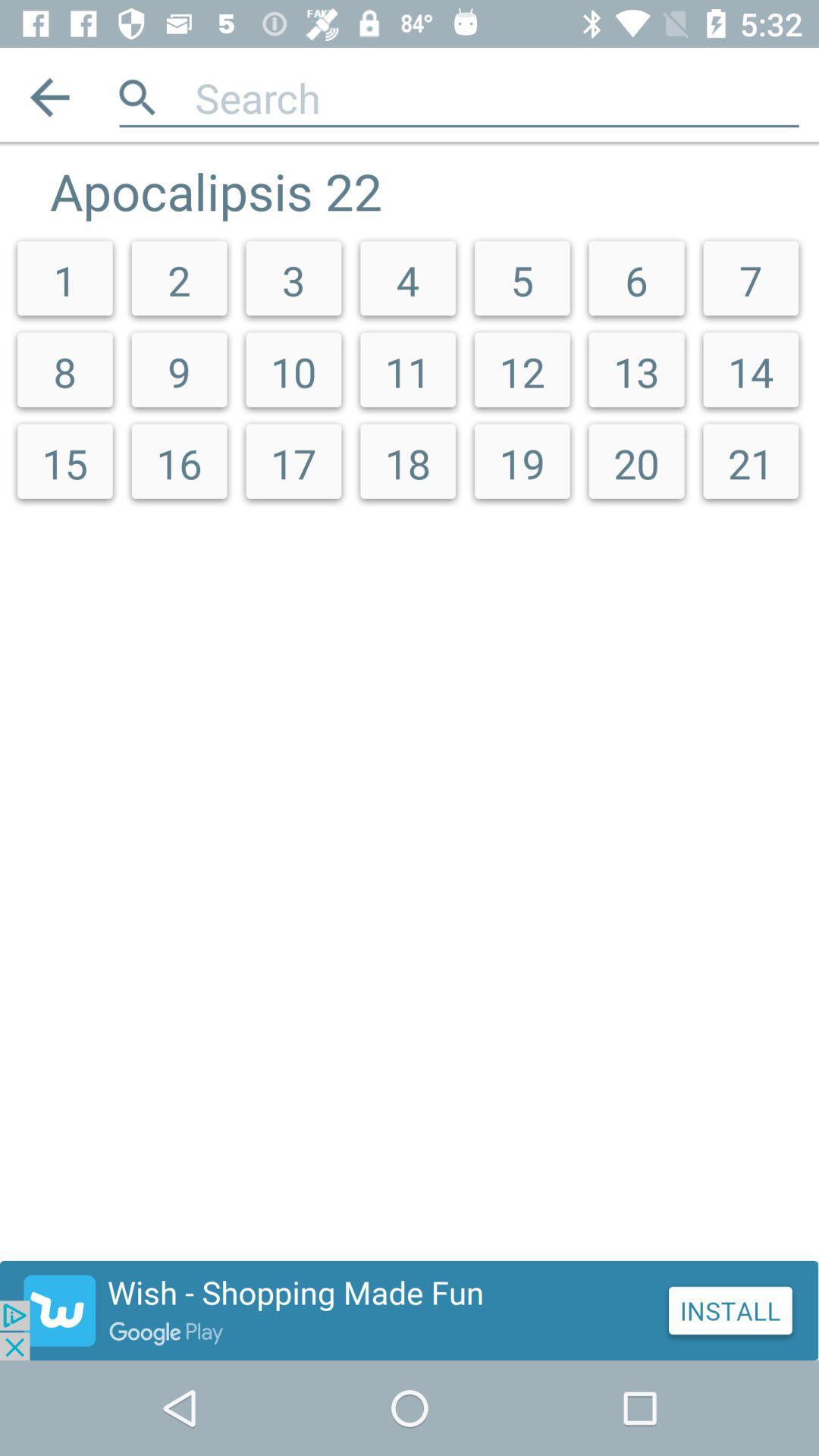  Describe the element at coordinates (409, 1310) in the screenshot. I see `click the advertisement at bottom` at that location.